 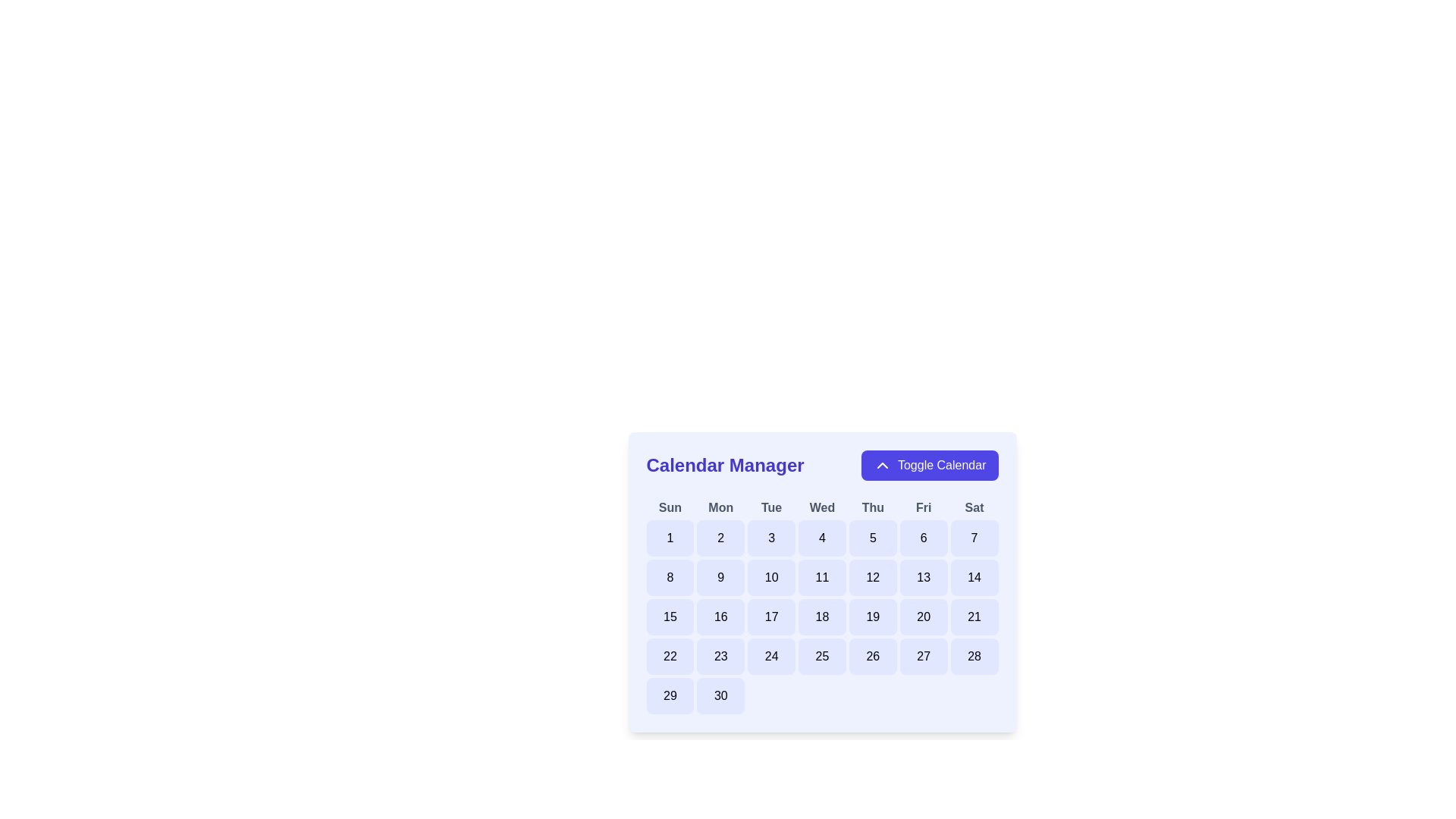 I want to click on the button that represents the date '15' in the calendar interface, so click(x=669, y=617).